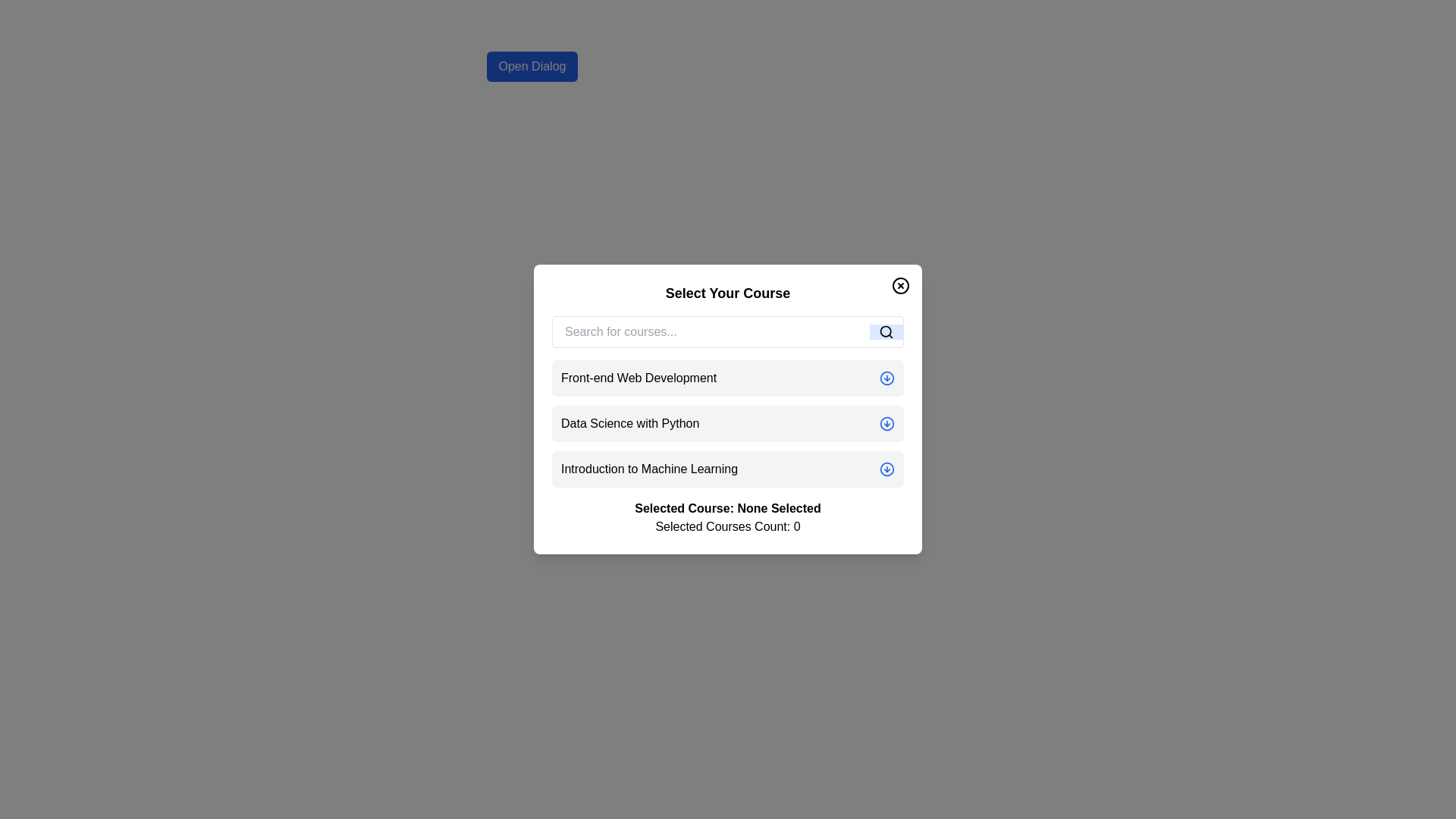  I want to click on text label displaying 'Selected Course: None Selected' and 'Selected Courses Count: 0' located at the bottom of the 'Select Your Course' modal, so click(728, 516).